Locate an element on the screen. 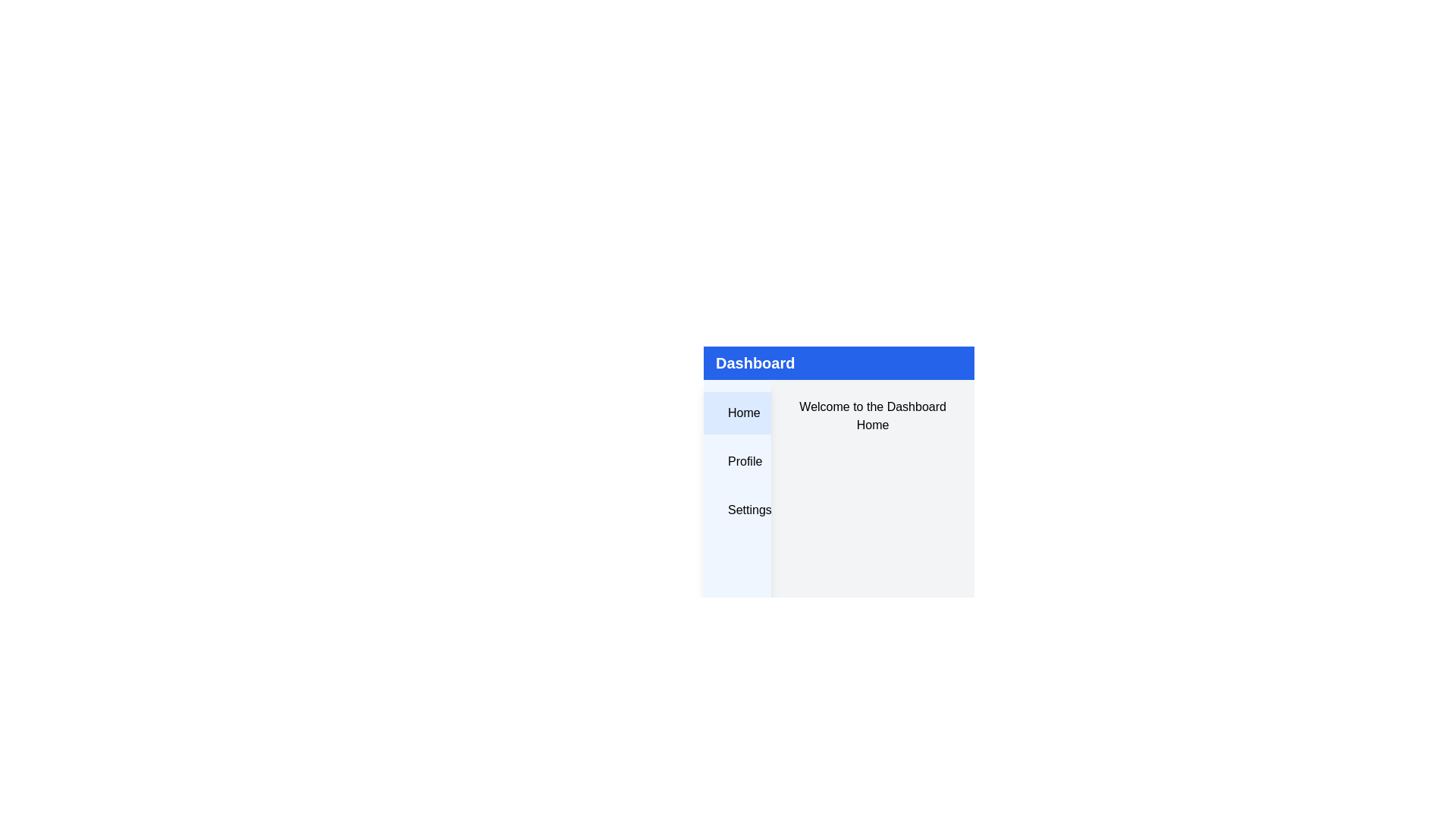  the menu item labeled Settings to navigate to the corresponding section is located at coordinates (737, 510).